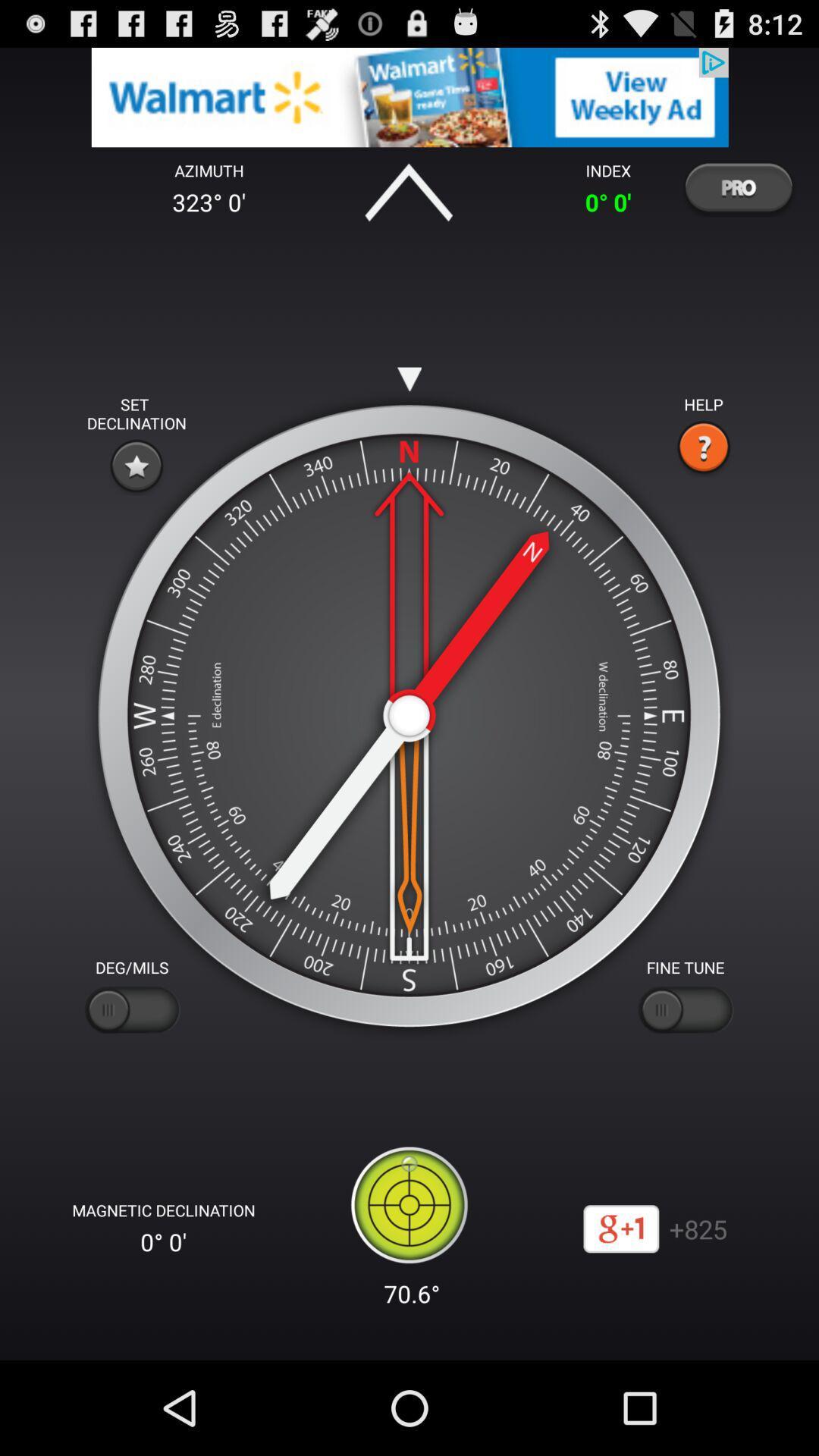 The height and width of the screenshot is (1456, 819). What do you see at coordinates (409, 96) in the screenshot?
I see `advertisements` at bounding box center [409, 96].